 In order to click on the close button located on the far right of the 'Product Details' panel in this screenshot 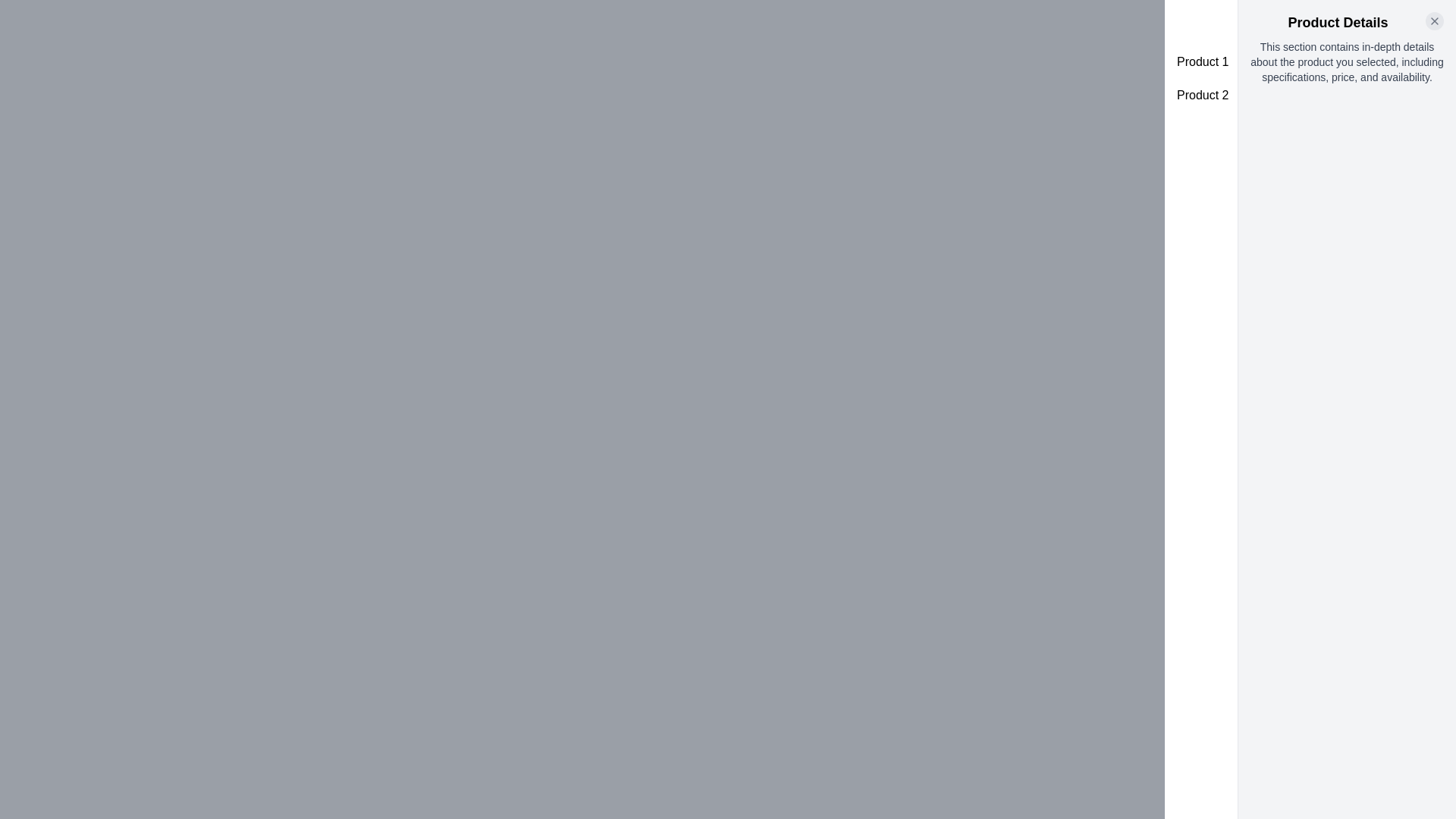, I will do `click(1433, 20)`.